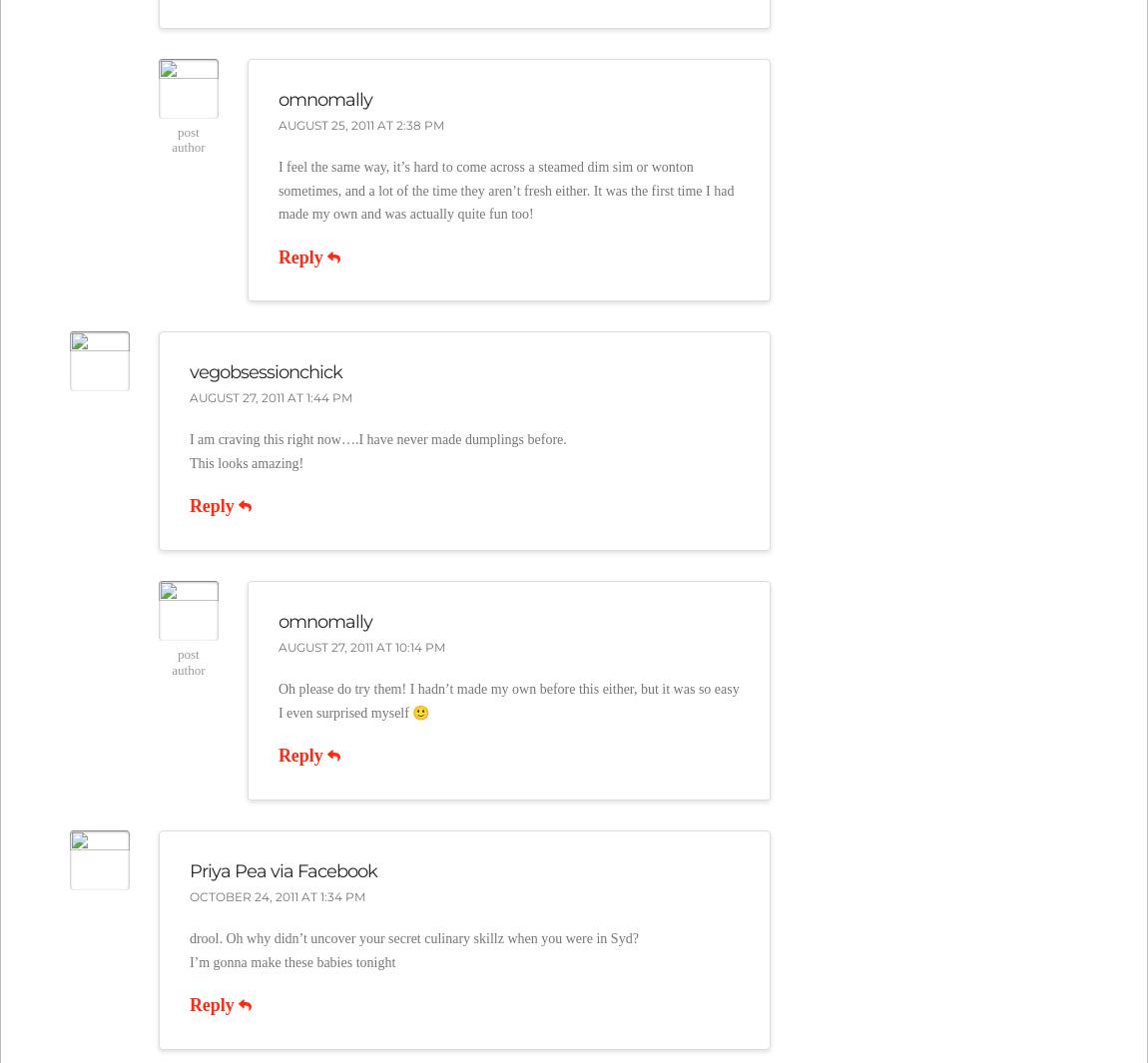  I want to click on 'drool. Oh why didn’t uncover your secret culinary skillz when you were in Syd?', so click(413, 937).